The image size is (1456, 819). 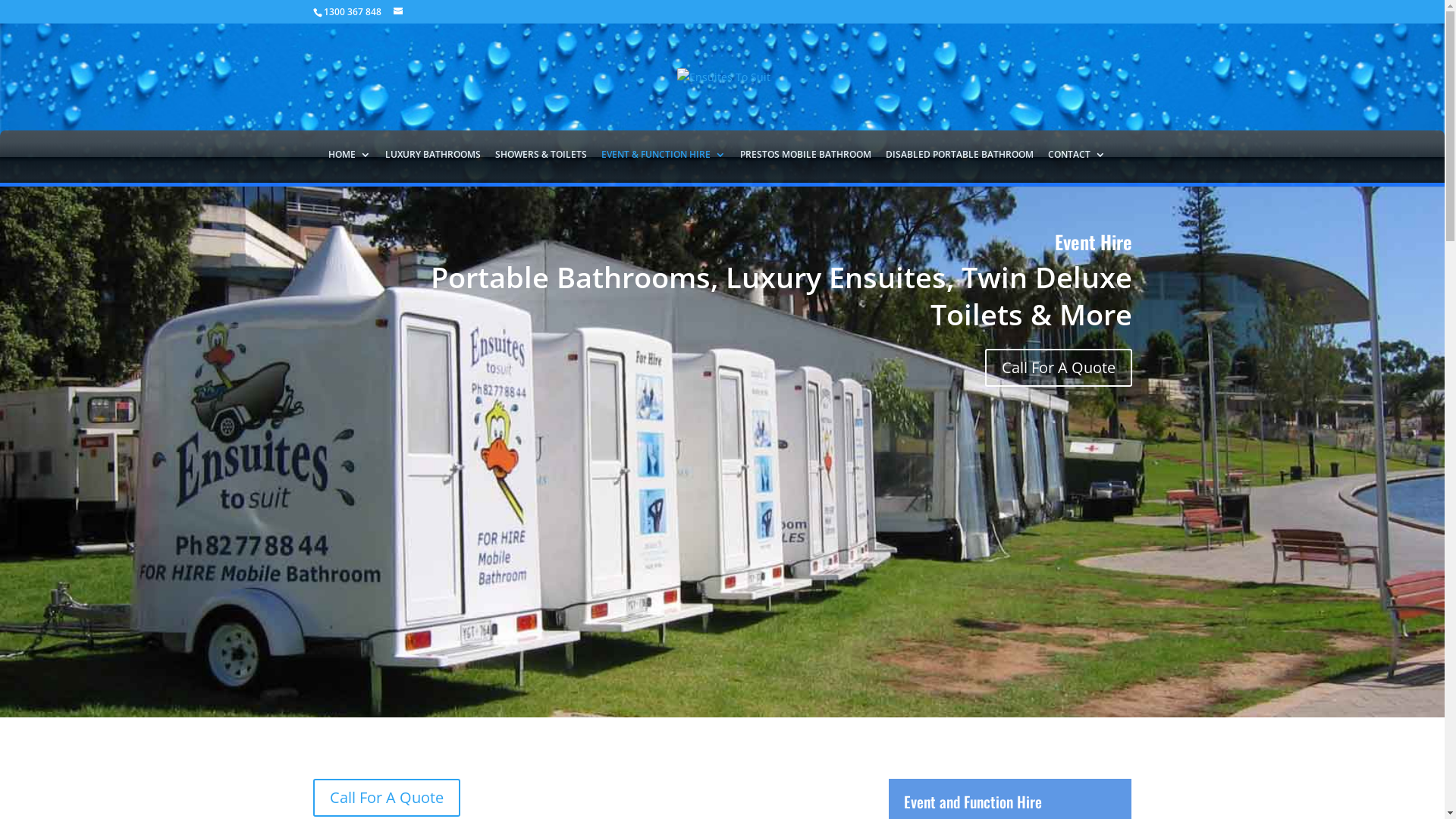 I want to click on 'LUXURY BATHROOMS', so click(x=432, y=164).